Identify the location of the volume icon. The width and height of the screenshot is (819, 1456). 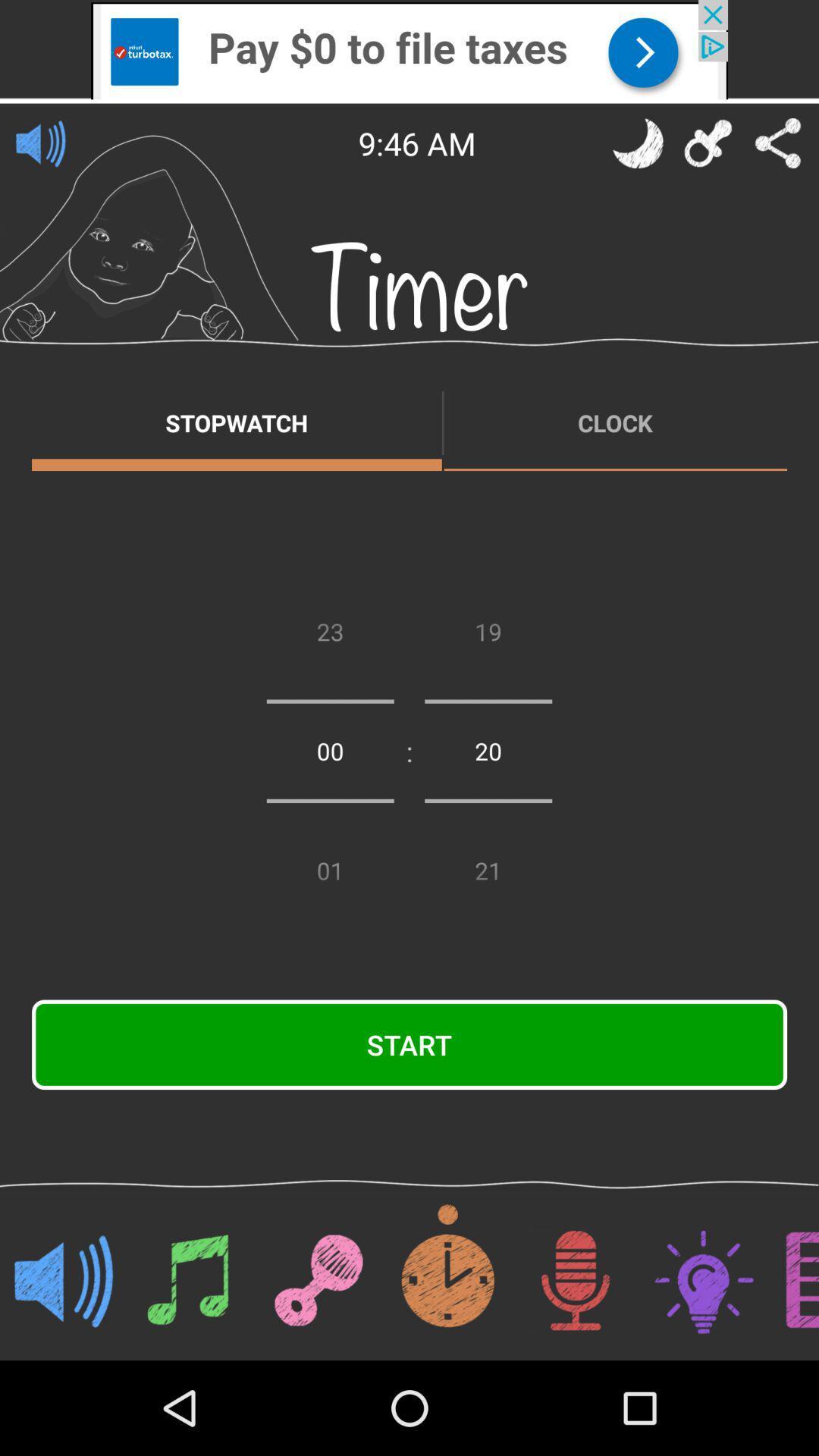
(40, 143).